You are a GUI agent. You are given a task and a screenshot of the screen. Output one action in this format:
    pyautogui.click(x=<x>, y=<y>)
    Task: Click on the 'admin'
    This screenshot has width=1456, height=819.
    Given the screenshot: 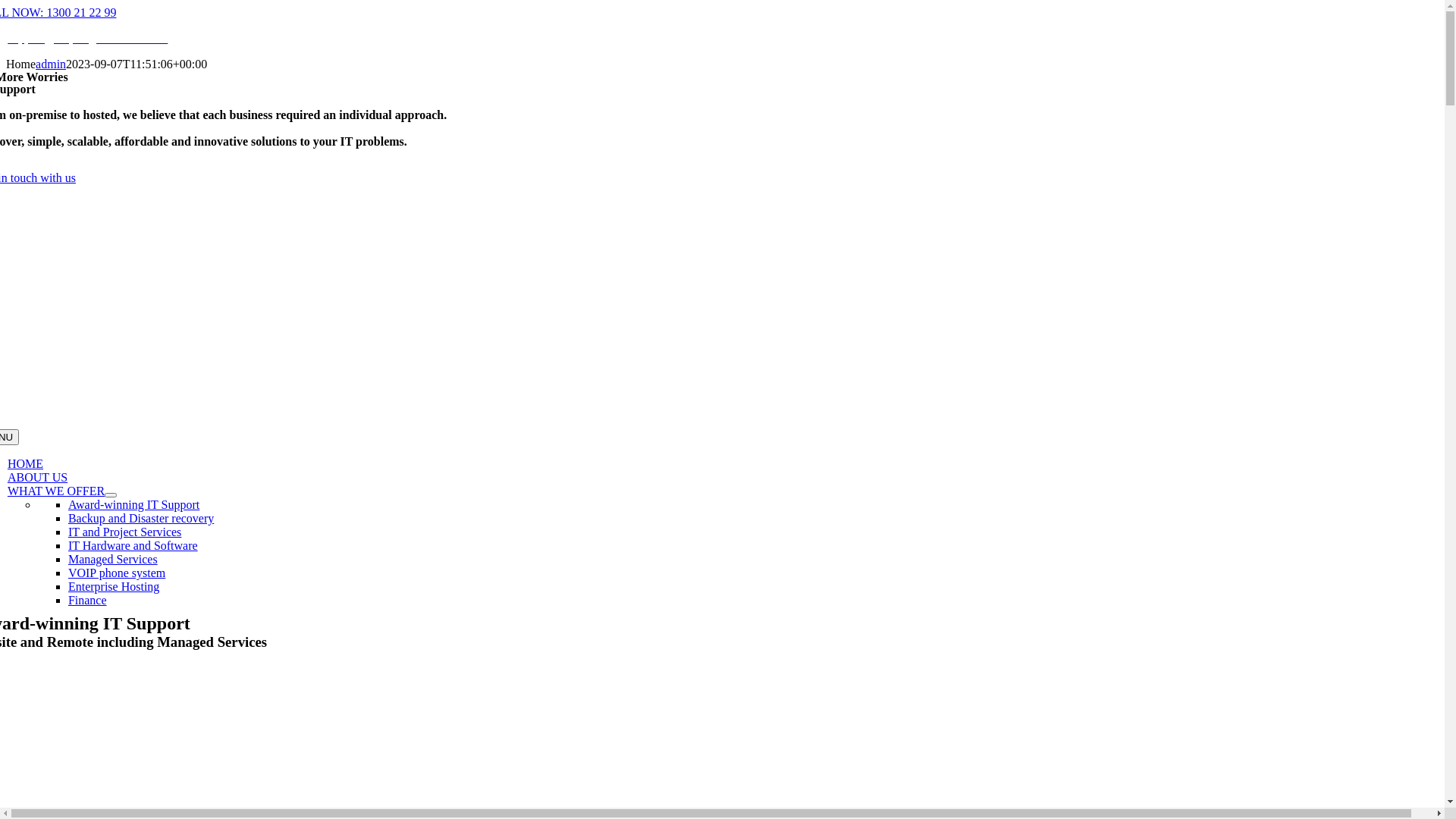 What is the action you would take?
    pyautogui.click(x=36, y=63)
    